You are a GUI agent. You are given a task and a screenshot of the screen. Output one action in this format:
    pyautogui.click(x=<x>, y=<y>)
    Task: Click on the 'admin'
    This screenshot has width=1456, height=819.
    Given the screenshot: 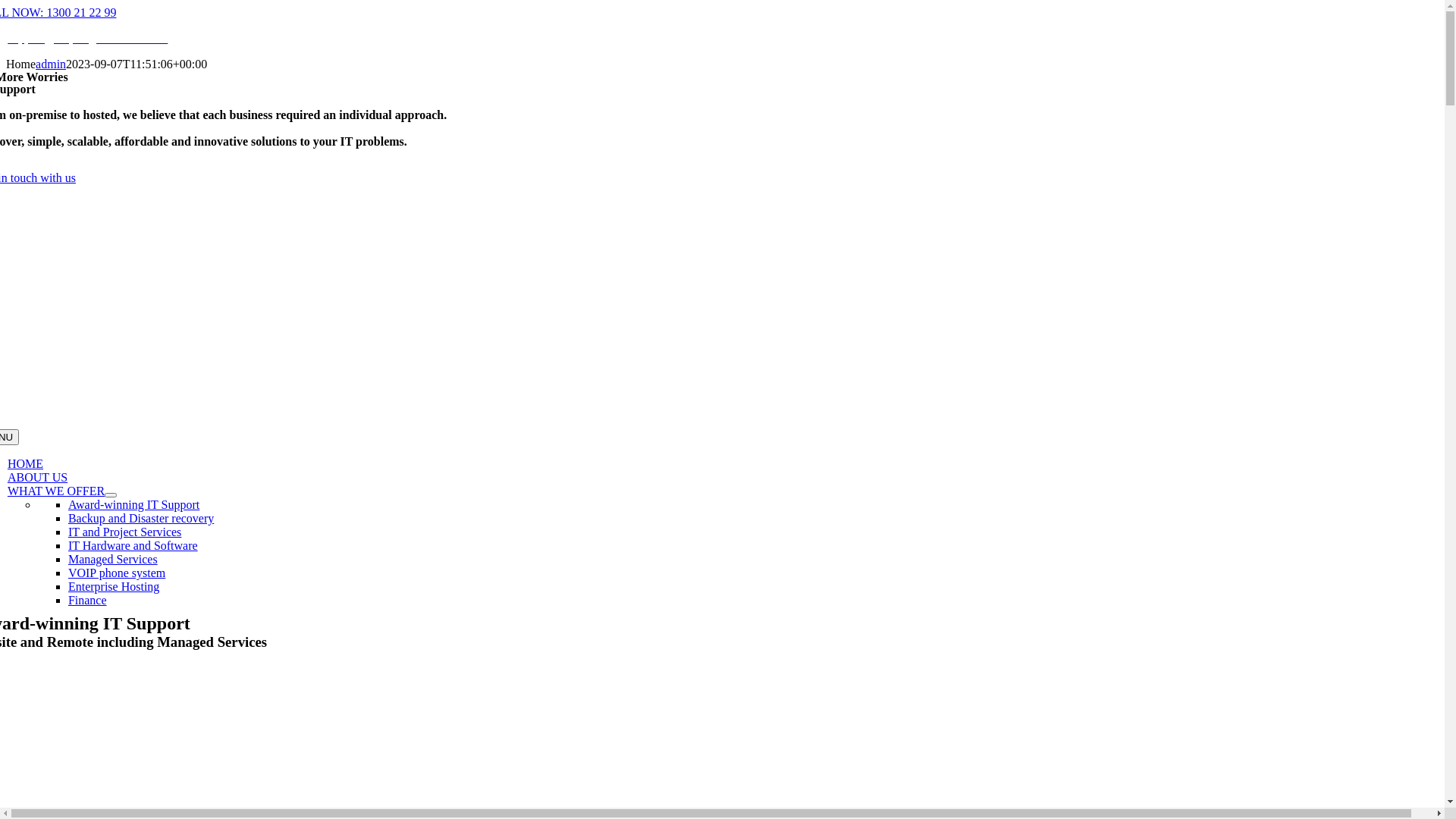 What is the action you would take?
    pyautogui.click(x=36, y=63)
    